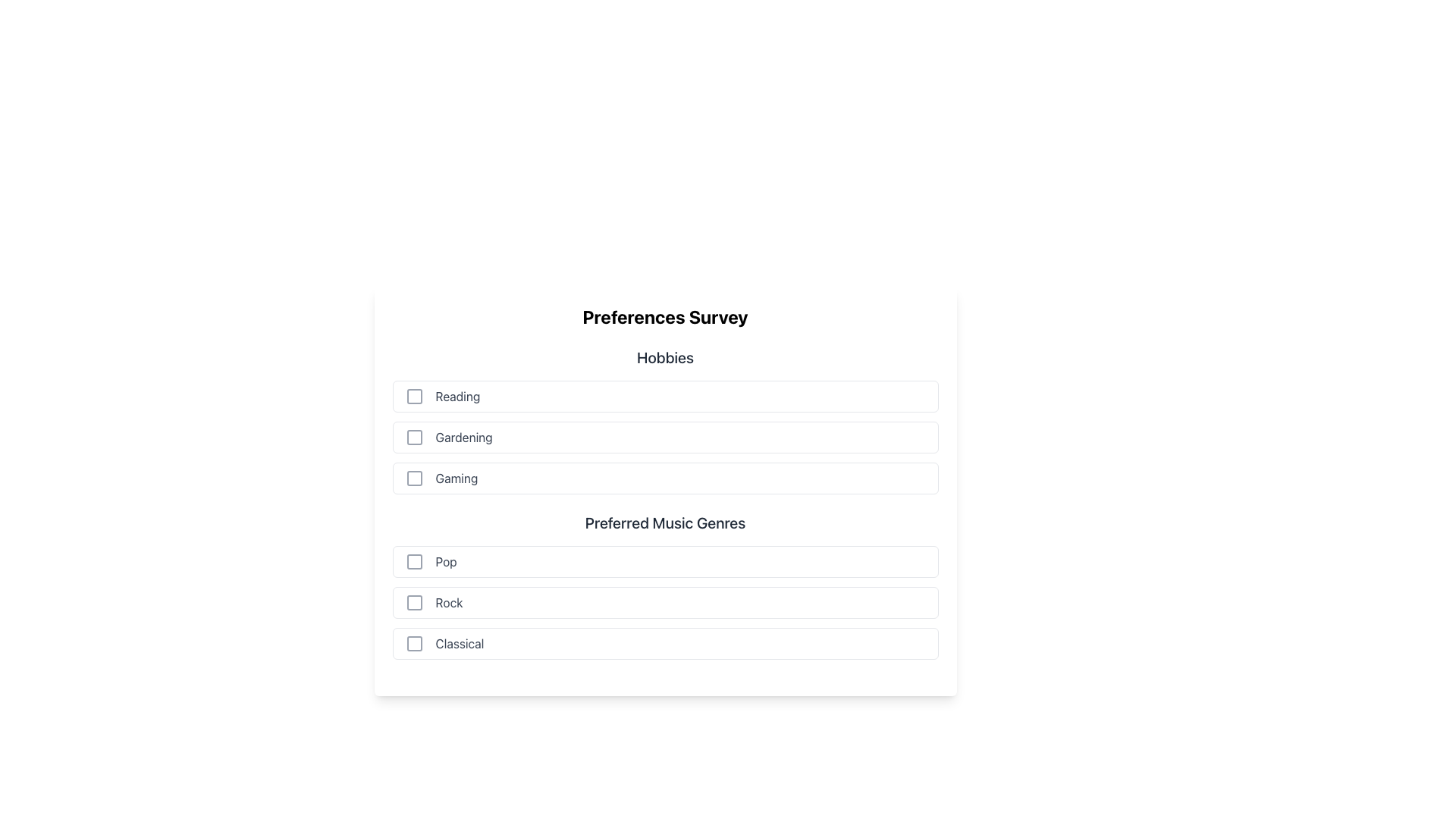 This screenshot has height=819, width=1456. I want to click on to select the checkbox located in the 'Preferred Music Genres' section, directly below the 'Pop' checkbox and above the 'Classical' checkbox, which is styled with a thin gray outline, so click(414, 601).